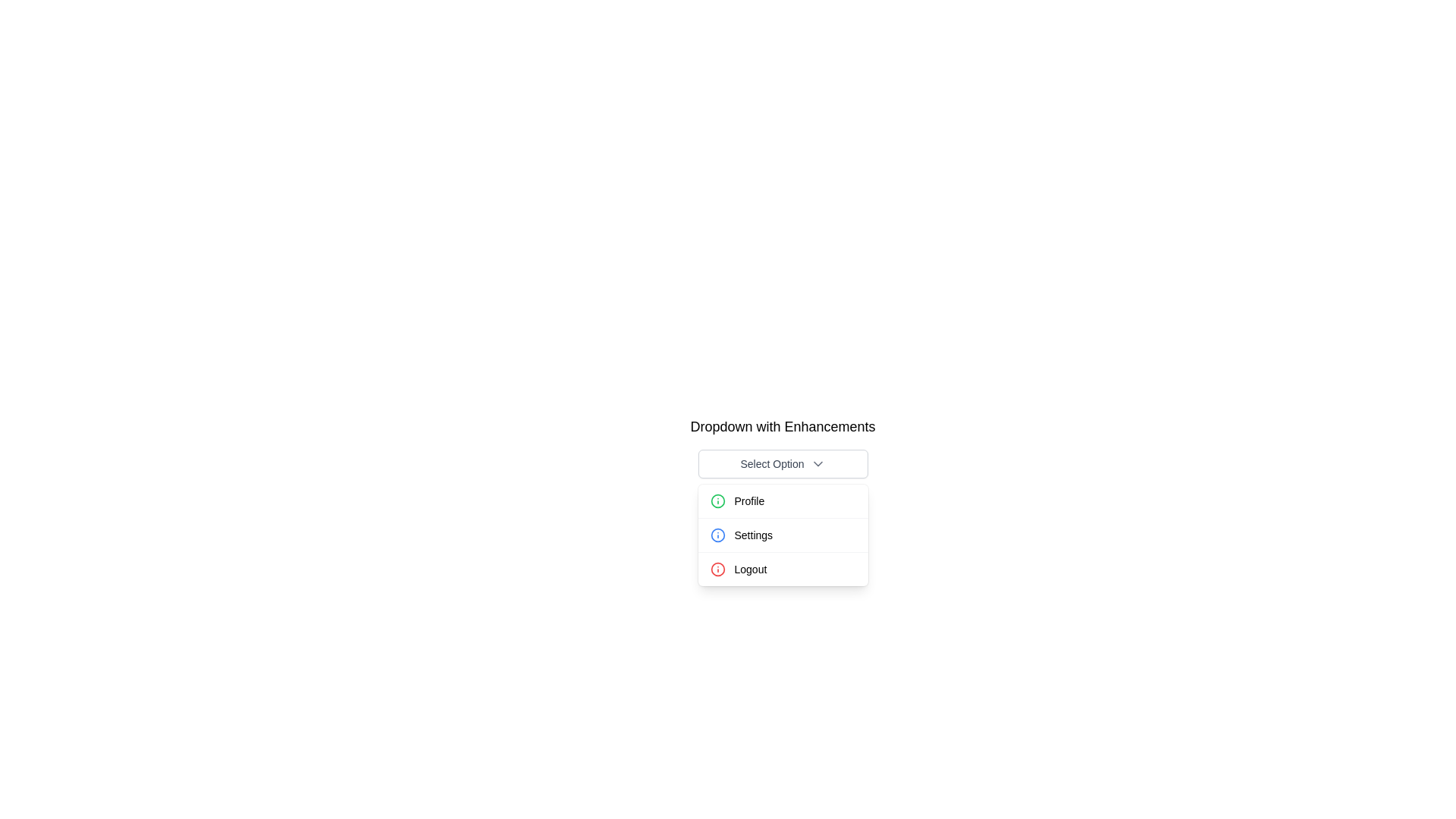 The image size is (1456, 819). I want to click on the icon located on the left side of the first row in the 'Profile' dropdown menu, which symbolizes information related to the 'Profile' option, so click(717, 500).